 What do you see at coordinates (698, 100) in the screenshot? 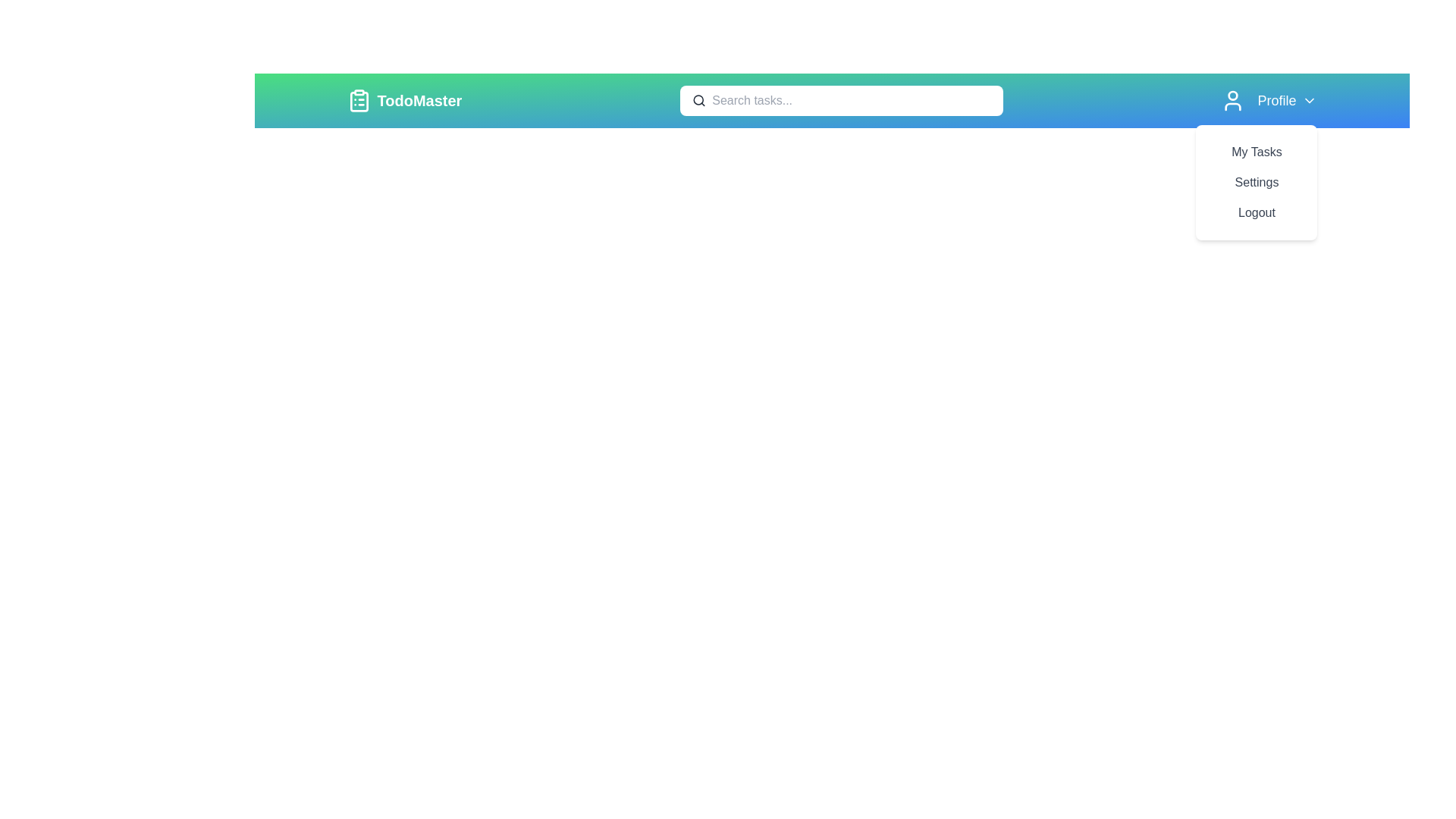
I see `the magnifying glass icon located at the leftmost side of the search bar positioned at the top center of the layout` at bounding box center [698, 100].